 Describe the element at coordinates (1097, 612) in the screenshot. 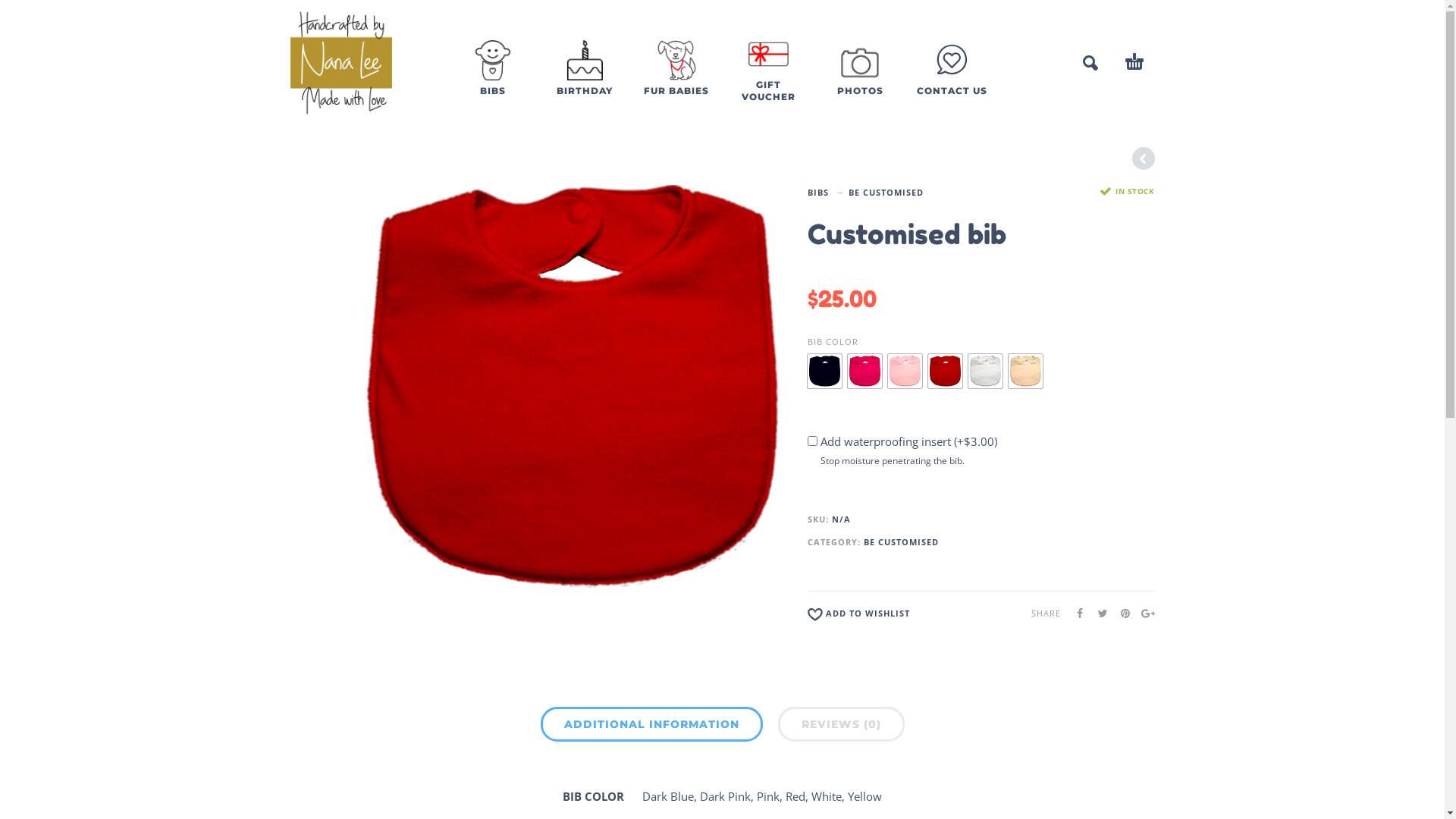

I see `'Share on Twitter'` at that location.